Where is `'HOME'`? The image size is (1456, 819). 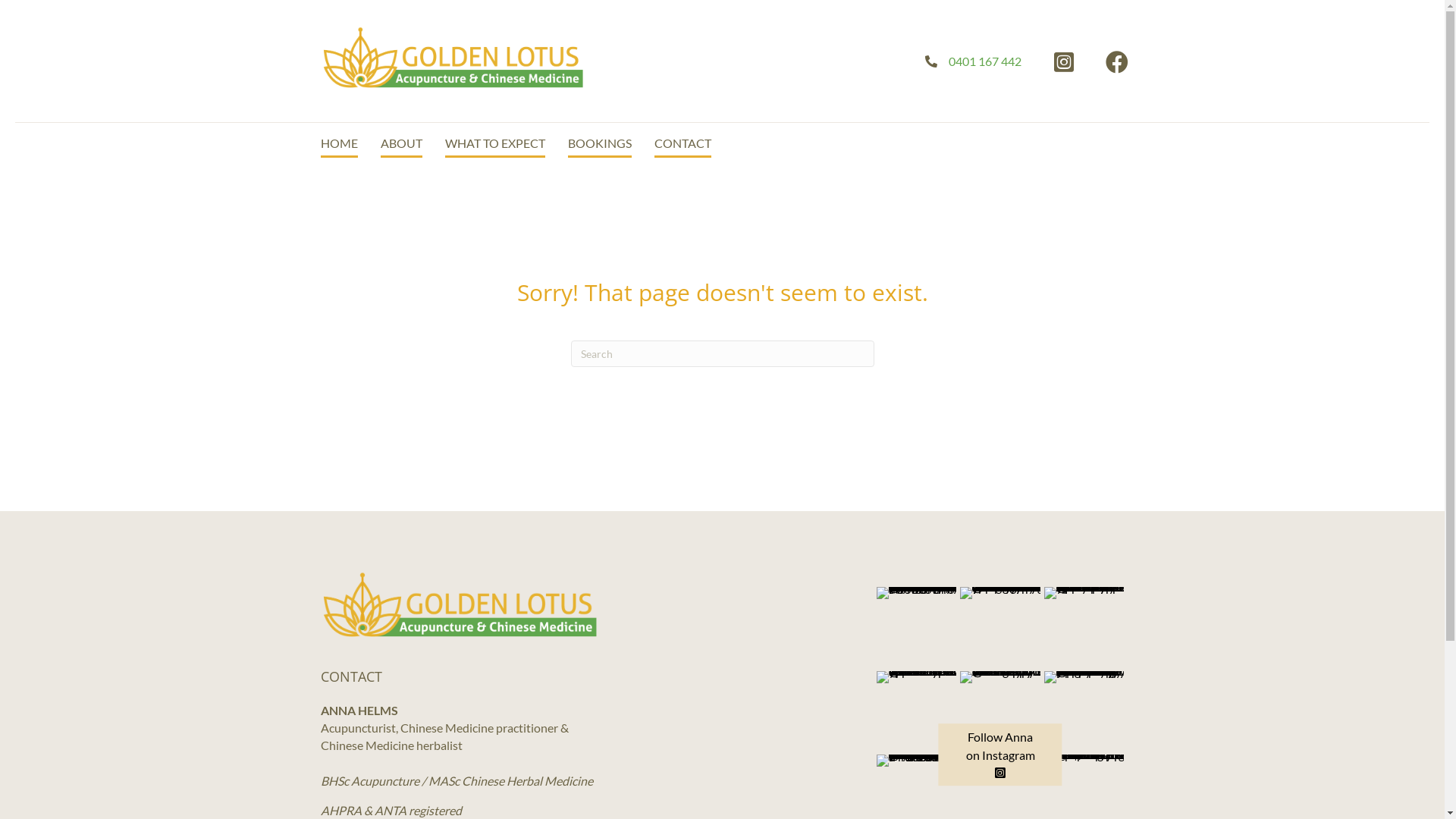 'HOME' is located at coordinates (337, 143).